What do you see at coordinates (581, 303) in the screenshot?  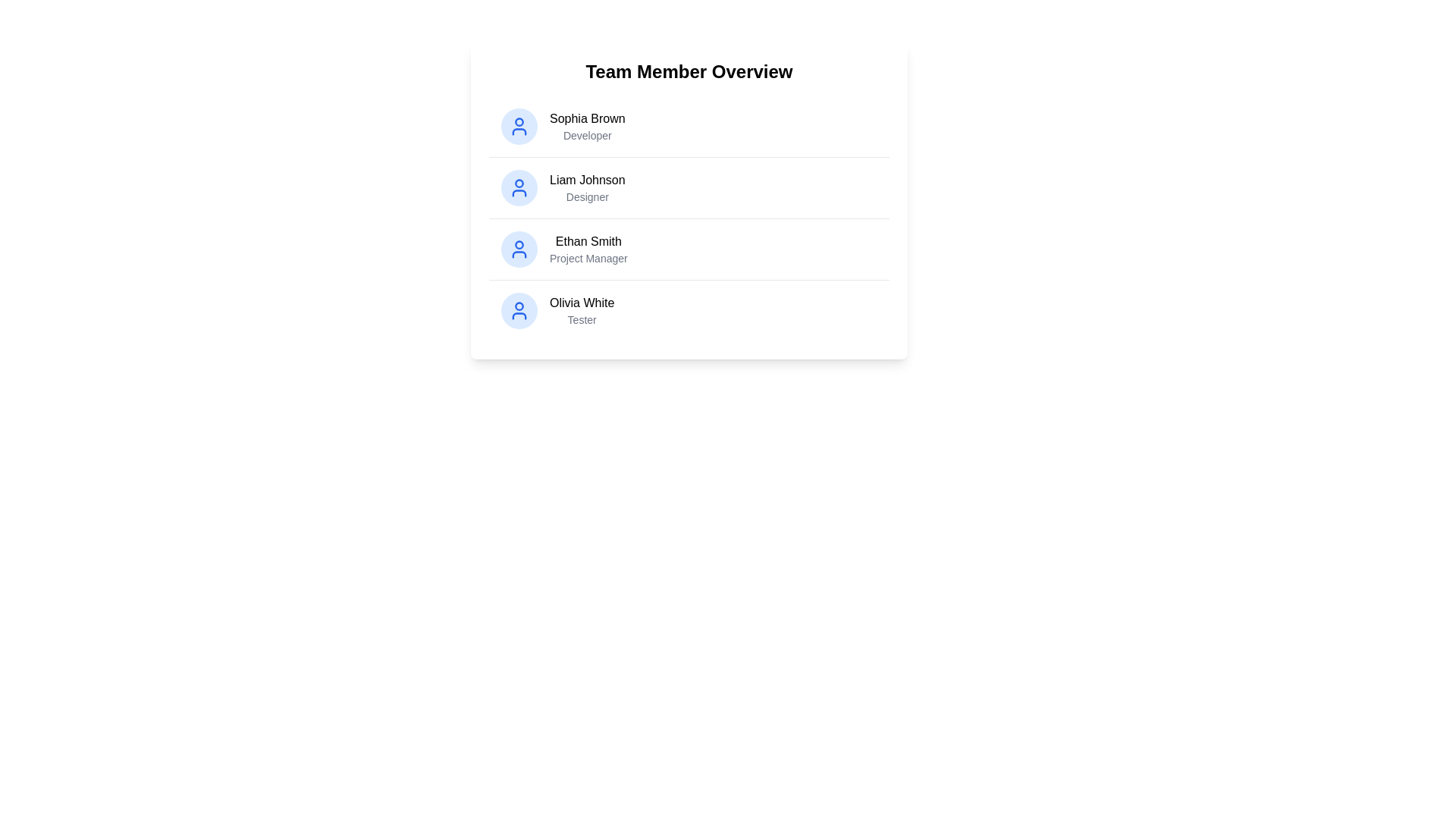 I see `the text label displaying the name 'Olivia White', which is the fourth member in the 'Team Member Overview' list, positioned above the role 'Tester'` at bounding box center [581, 303].